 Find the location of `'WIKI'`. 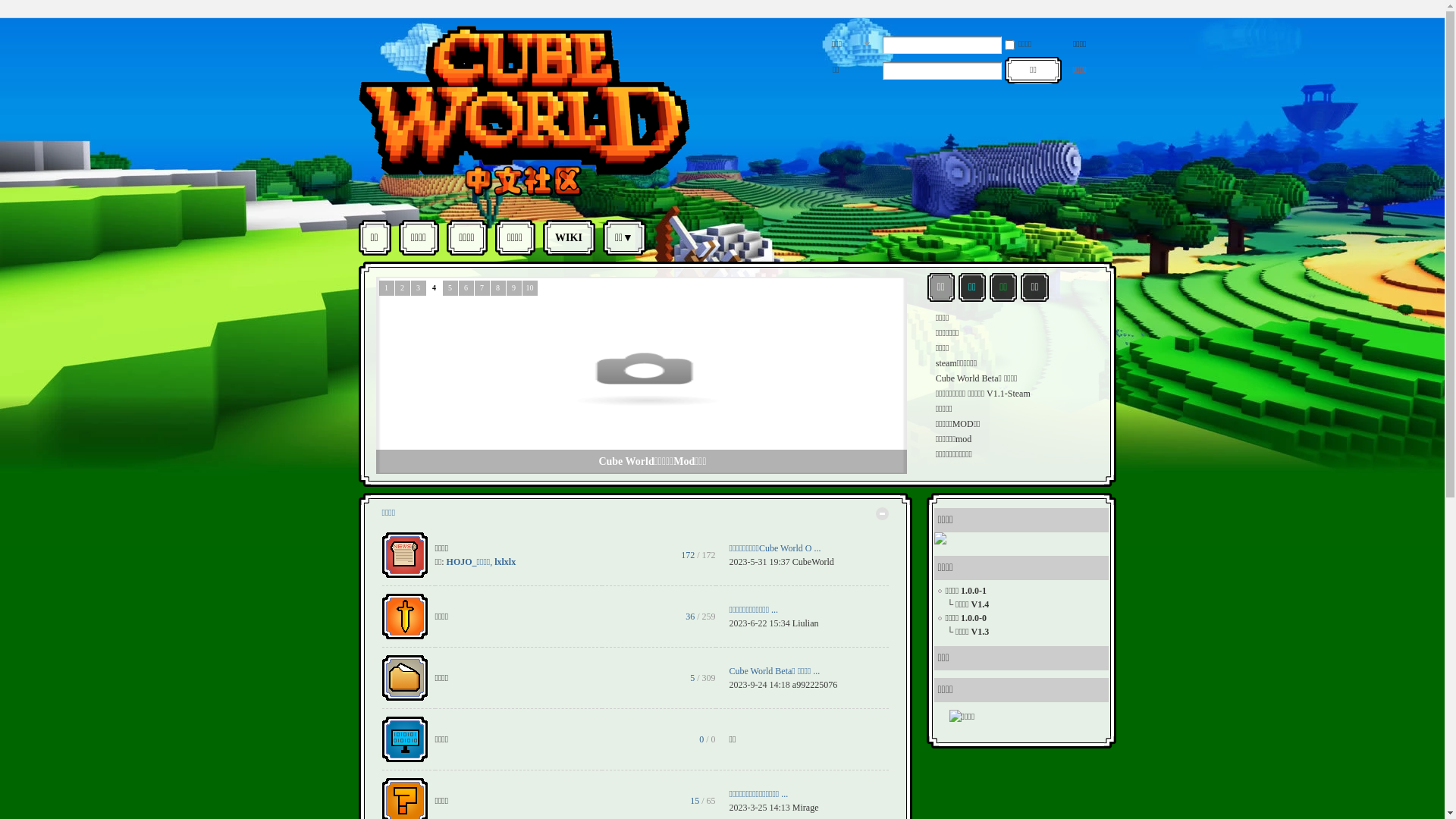

'WIKI' is located at coordinates (567, 237).